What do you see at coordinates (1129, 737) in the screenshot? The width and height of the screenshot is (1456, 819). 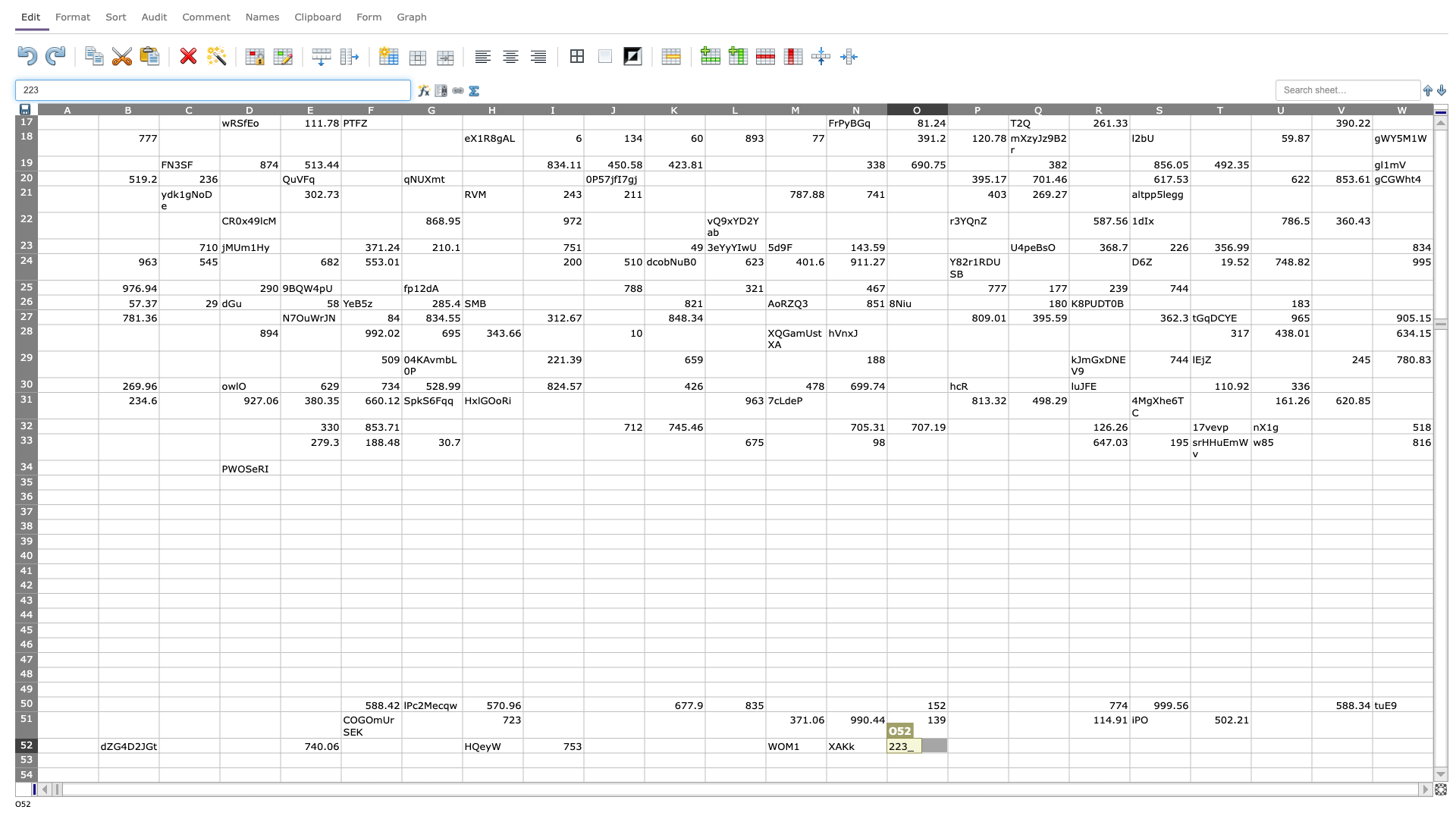 I see `Northwest corner of cell S52` at bounding box center [1129, 737].